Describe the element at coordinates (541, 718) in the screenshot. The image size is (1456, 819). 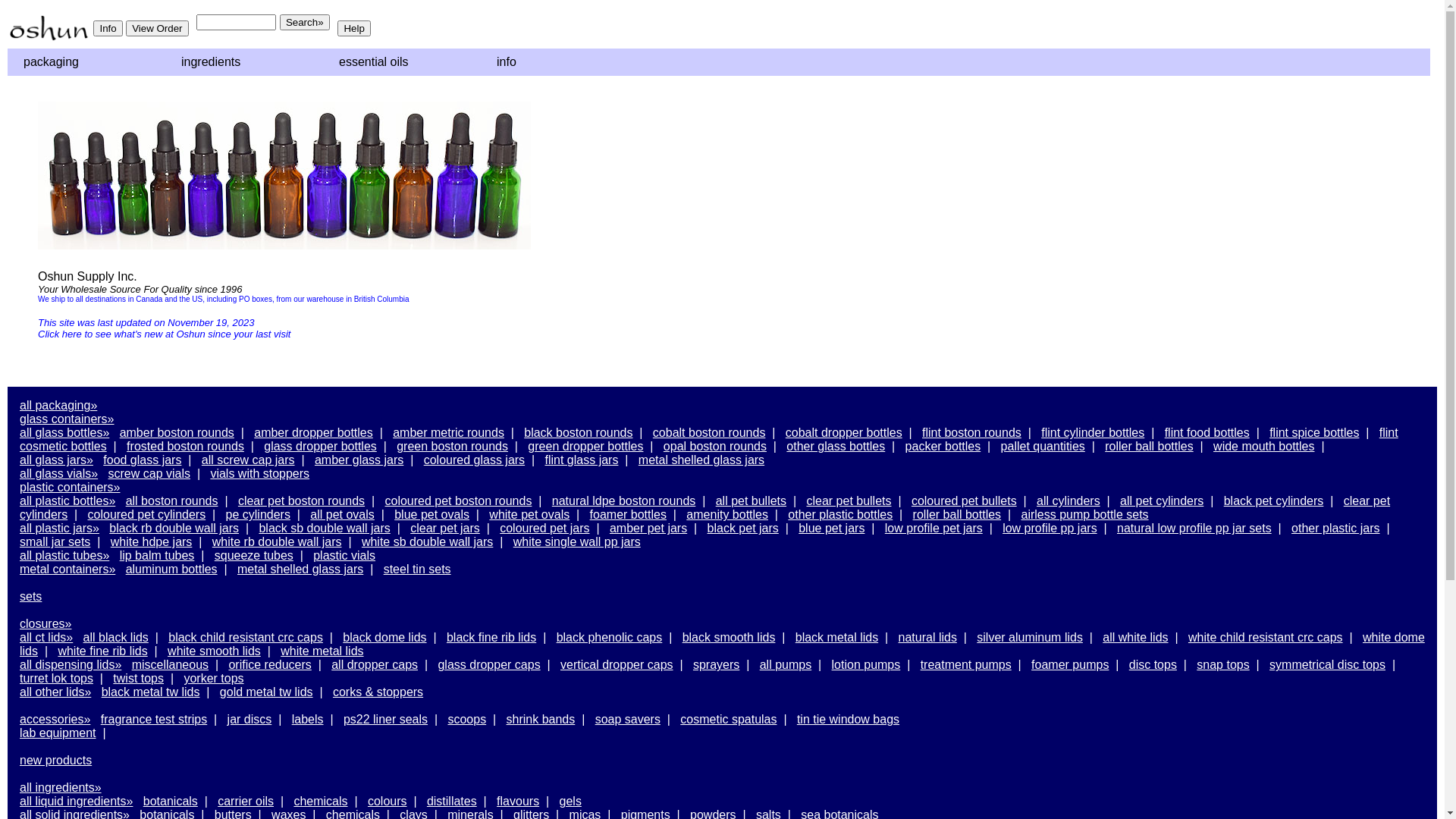
I see `'shrink bands'` at that location.